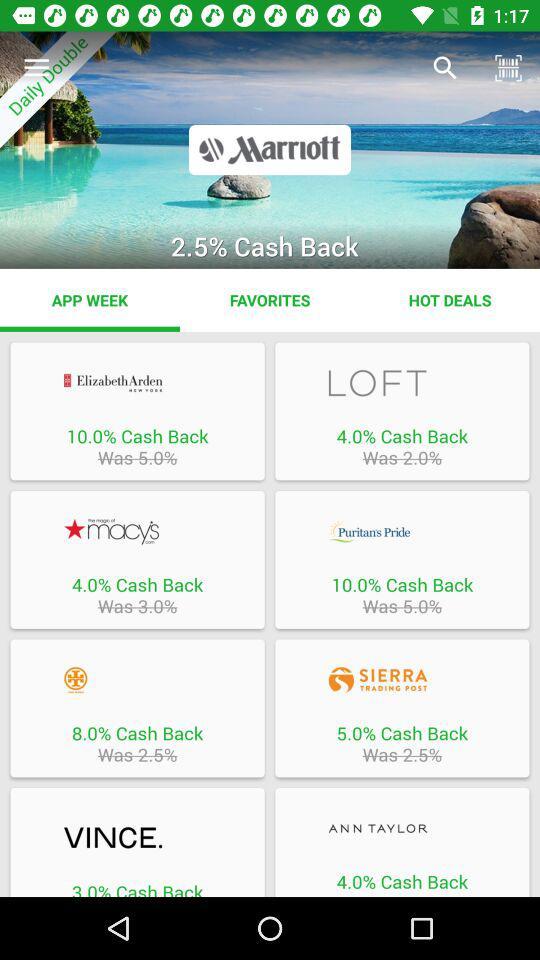 The height and width of the screenshot is (960, 540). I want to click on loft, so click(402, 382).